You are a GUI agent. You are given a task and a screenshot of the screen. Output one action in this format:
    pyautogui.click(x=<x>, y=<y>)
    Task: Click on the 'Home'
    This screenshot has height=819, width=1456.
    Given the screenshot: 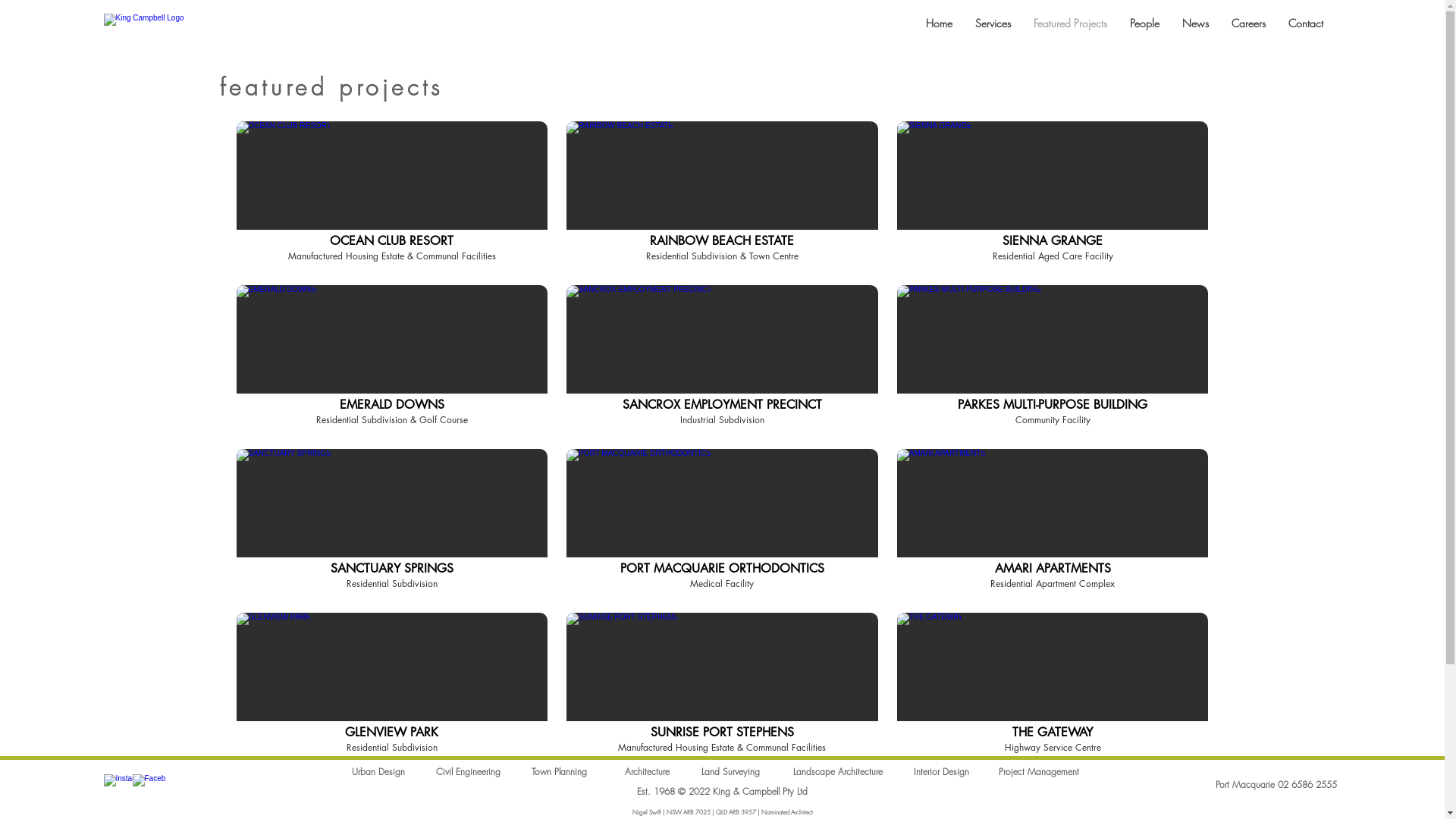 What is the action you would take?
    pyautogui.click(x=938, y=23)
    